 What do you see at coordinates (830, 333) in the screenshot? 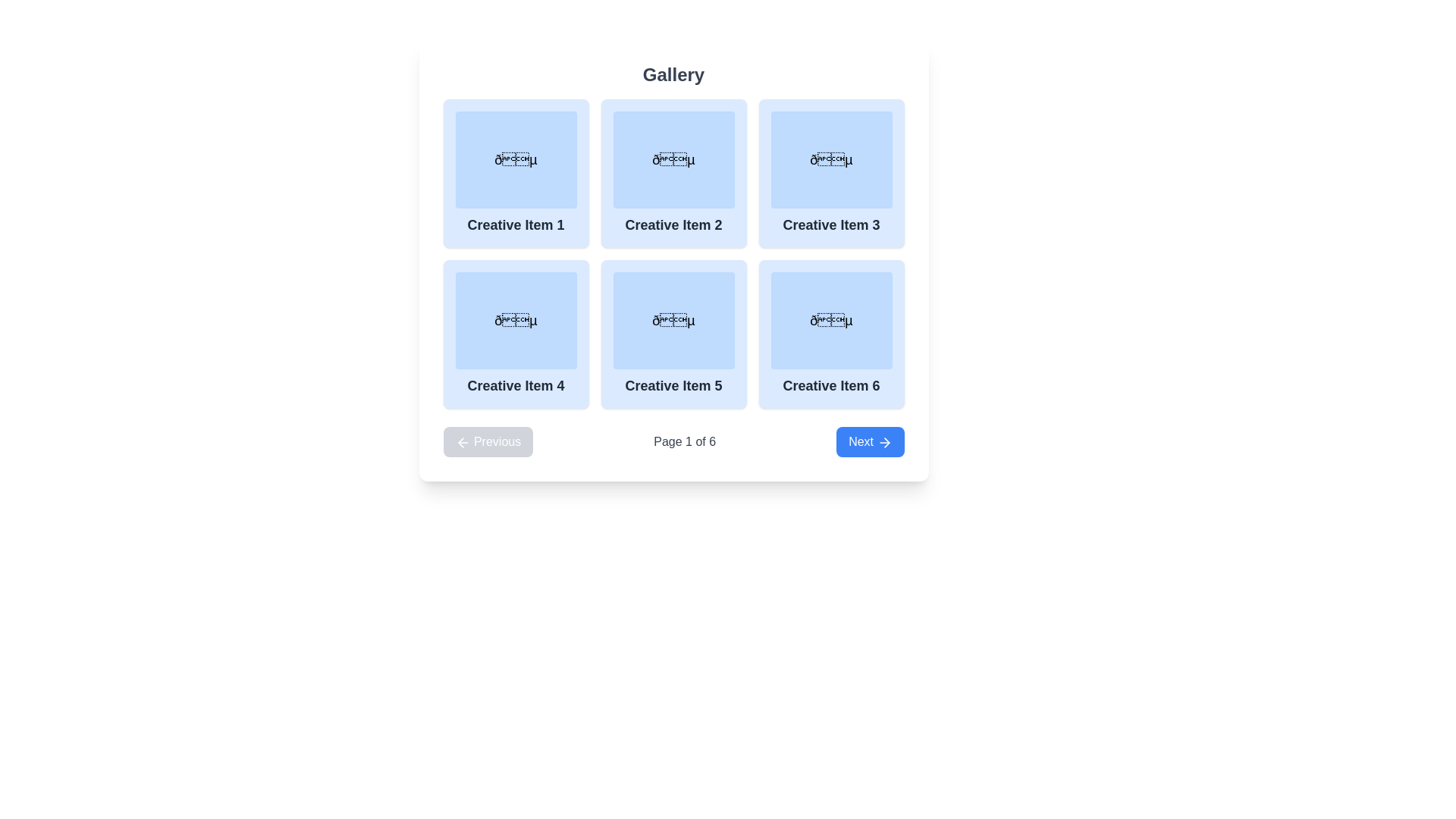
I see `the clickable card element labeled 'Creative Item 6', which is styled with a light blue background and rounded corners, located at the bottom right corner of the grid` at bounding box center [830, 333].